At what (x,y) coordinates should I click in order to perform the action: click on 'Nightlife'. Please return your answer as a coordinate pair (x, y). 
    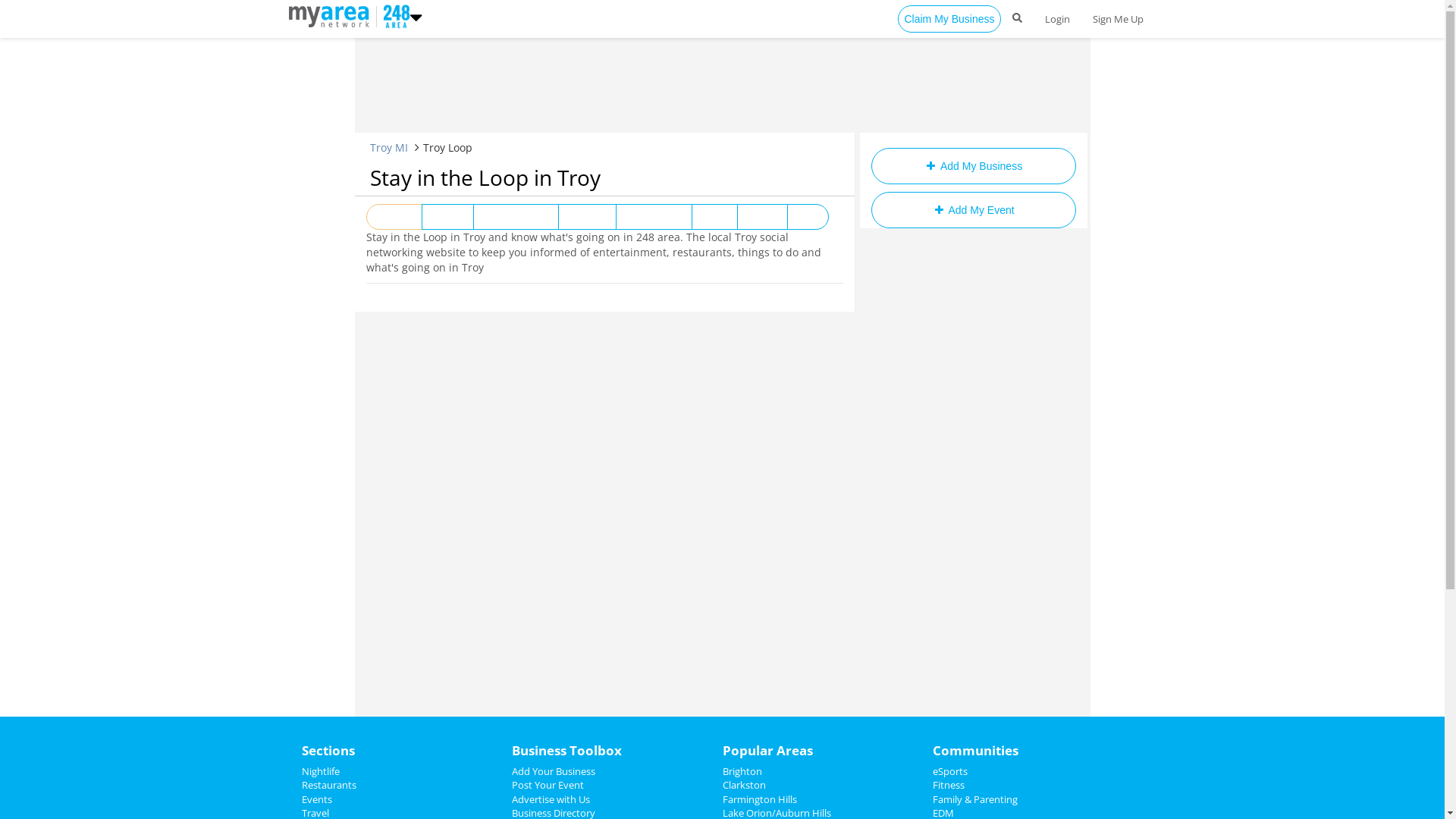
    Looking at the image, I should click on (319, 771).